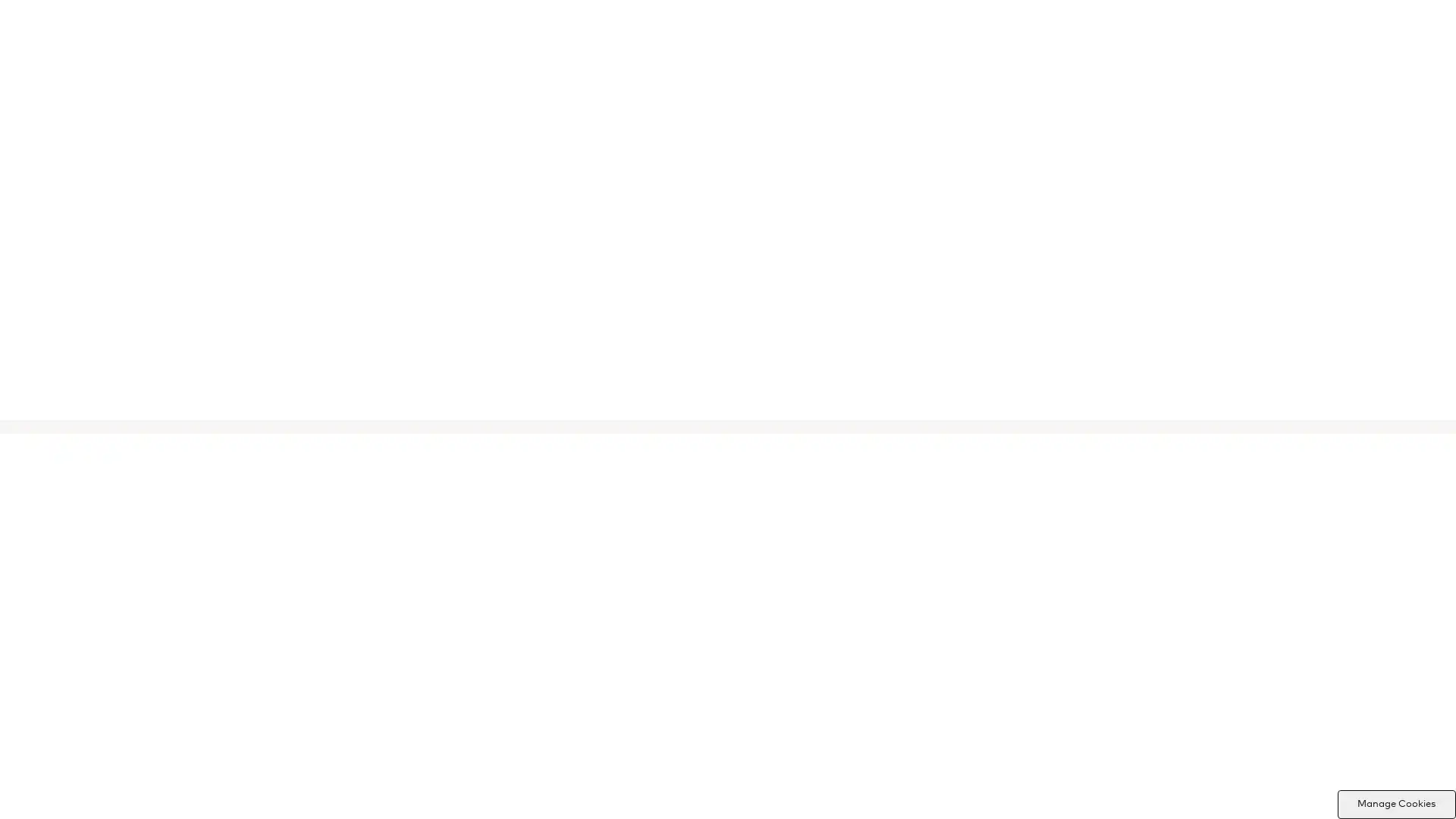 This screenshot has width=1456, height=819. Describe the element at coordinates (792, 519) in the screenshot. I see `Accept cookies` at that location.